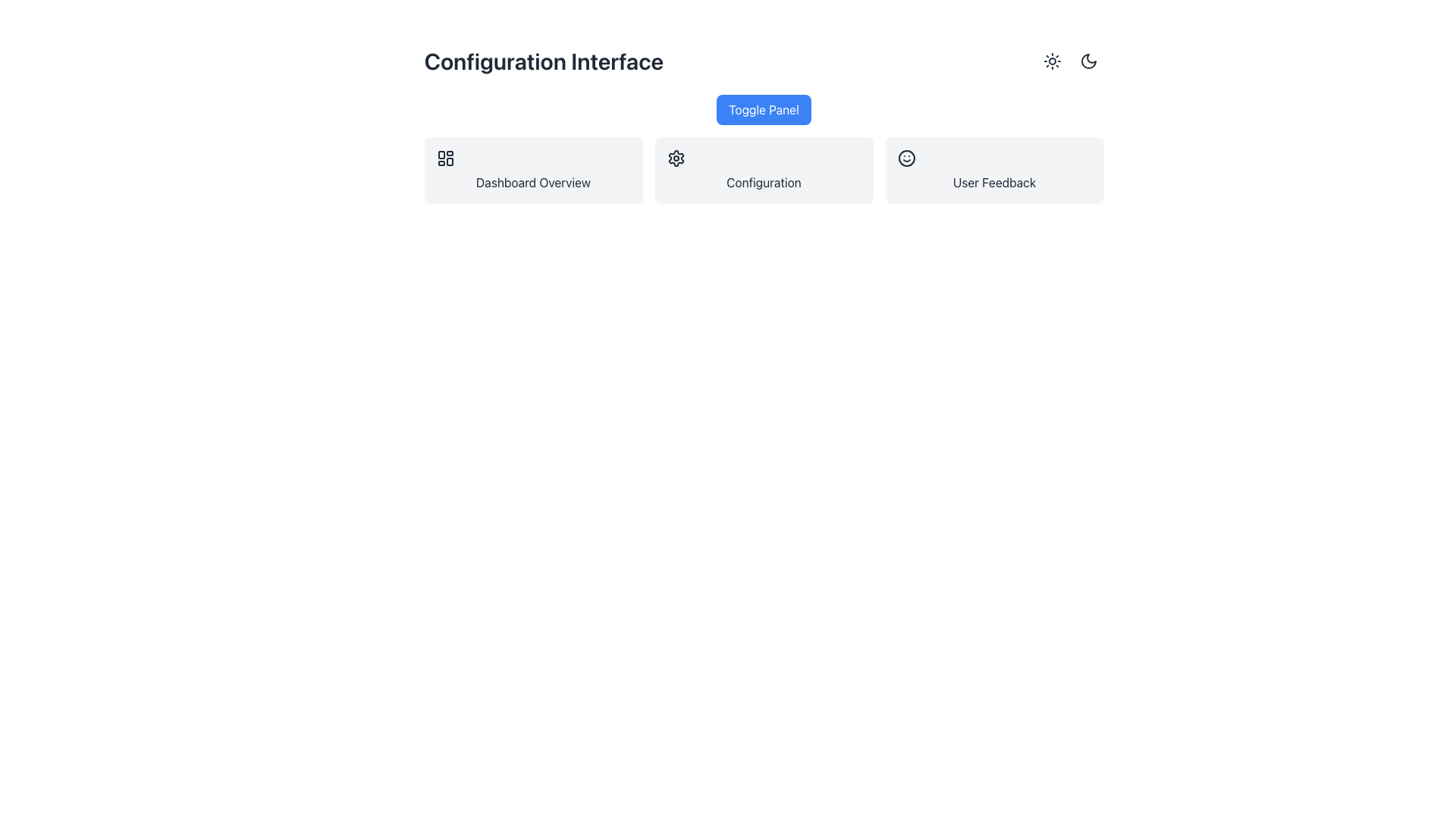 The image size is (1456, 819). Describe the element at coordinates (675, 158) in the screenshot. I see `the settings or configuration icon located in the middle section of the horizontal layout, which is inside a rectangular card labeled 'Configuration'` at that location.